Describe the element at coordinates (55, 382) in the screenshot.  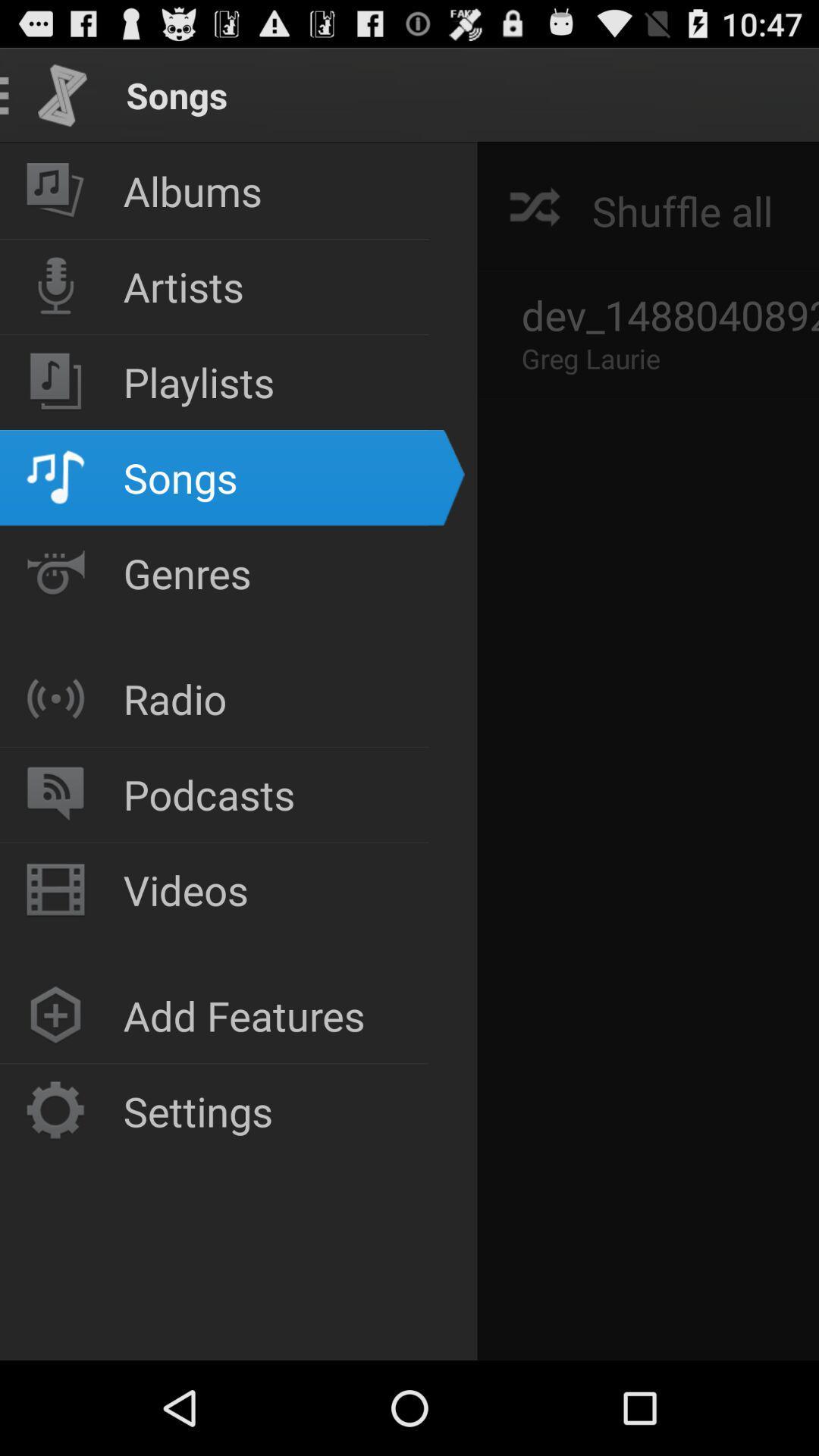
I see `the icon just left to playlists` at that location.